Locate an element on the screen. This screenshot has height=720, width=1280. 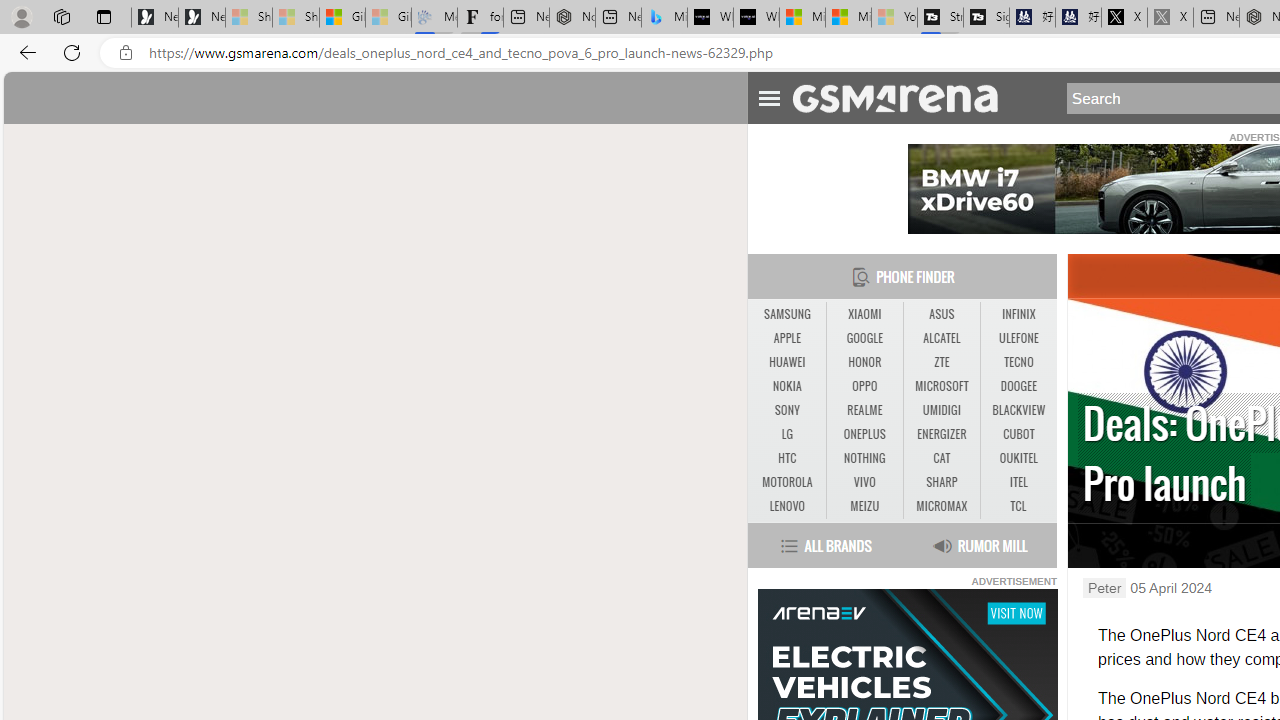
'MICROSOFT' is located at coordinates (940, 386).